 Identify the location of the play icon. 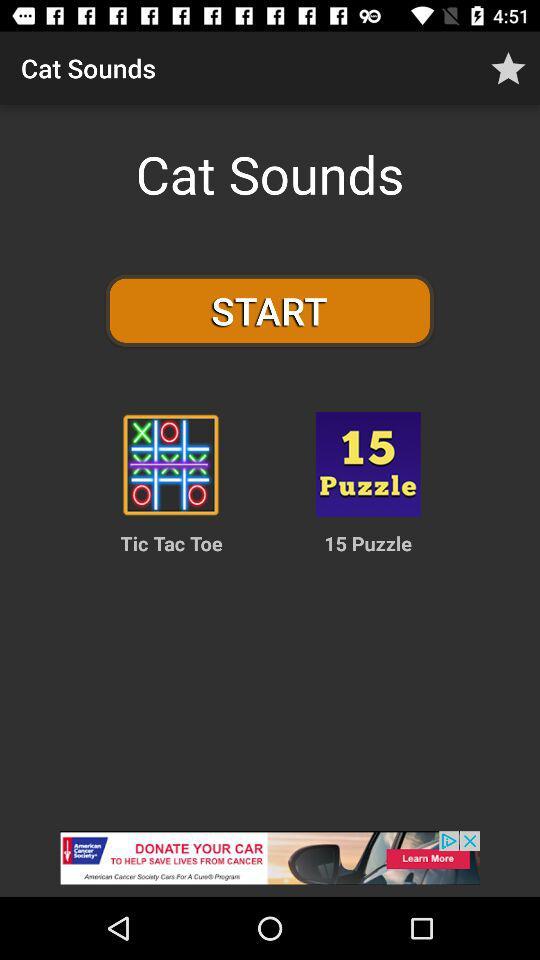
(171, 464).